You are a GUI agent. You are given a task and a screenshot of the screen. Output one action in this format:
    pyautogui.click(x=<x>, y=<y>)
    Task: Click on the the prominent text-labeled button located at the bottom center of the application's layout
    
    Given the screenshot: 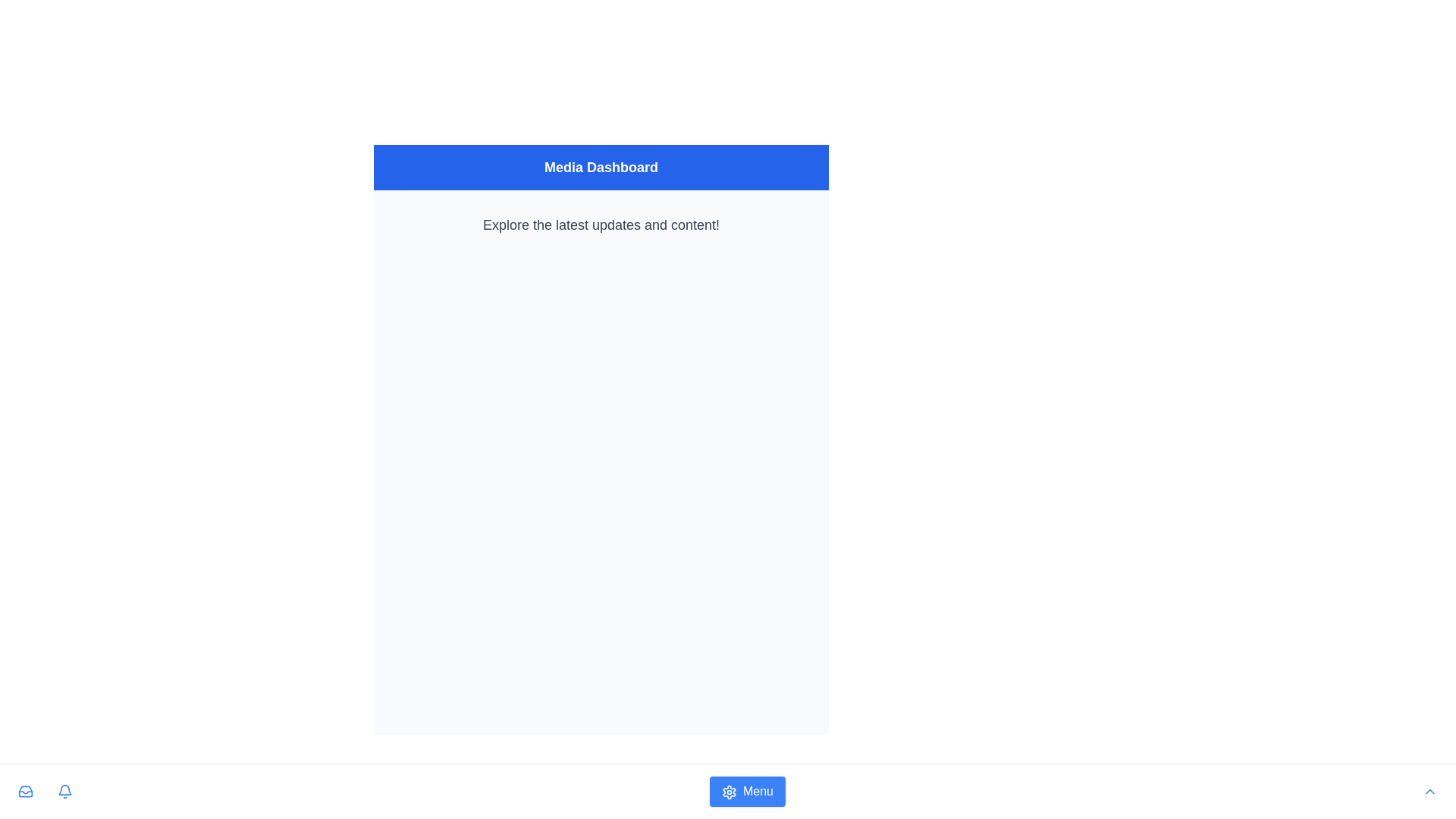 What is the action you would take?
    pyautogui.click(x=747, y=791)
    